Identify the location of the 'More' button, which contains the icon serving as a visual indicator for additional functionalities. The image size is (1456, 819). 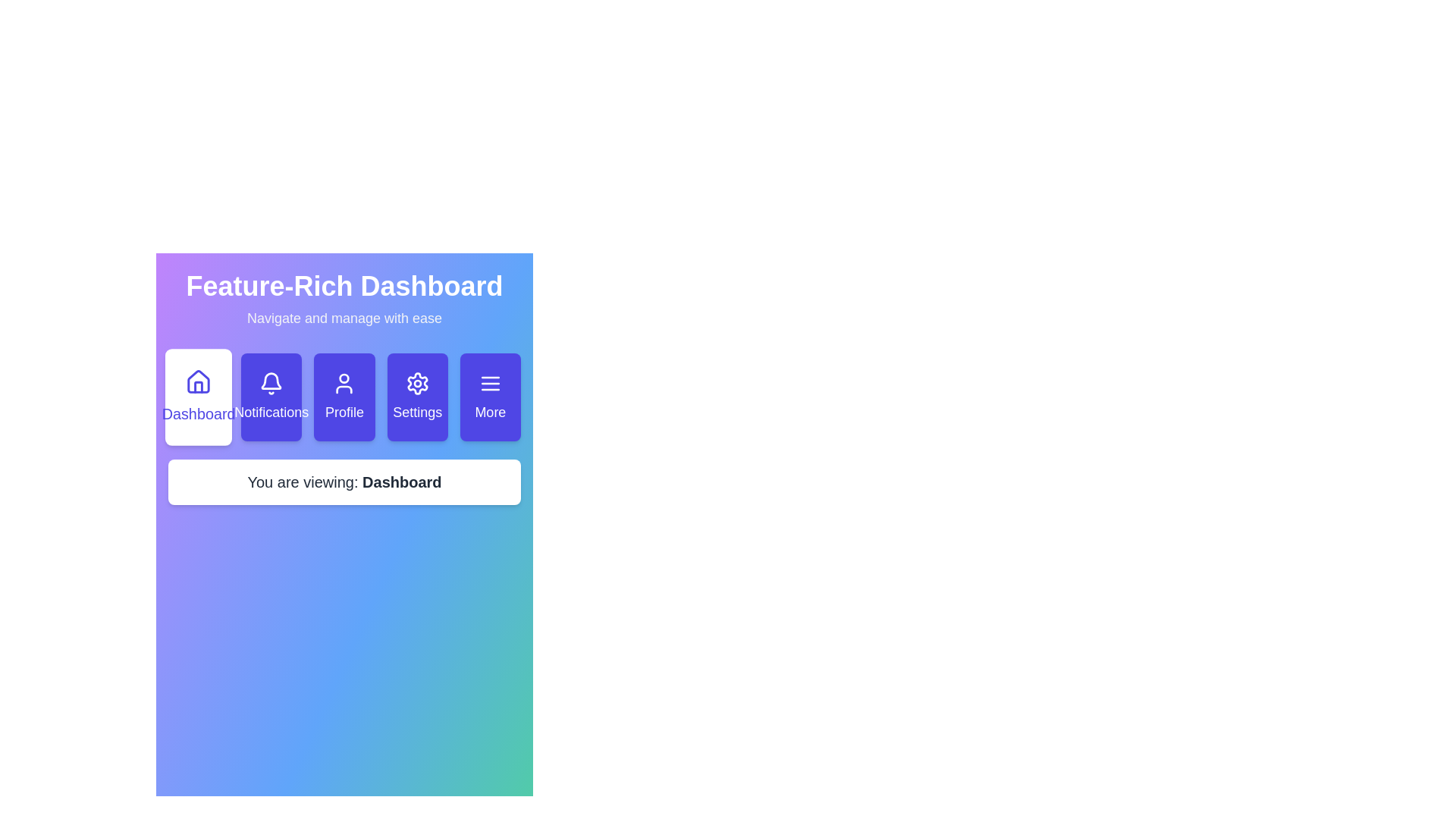
(490, 382).